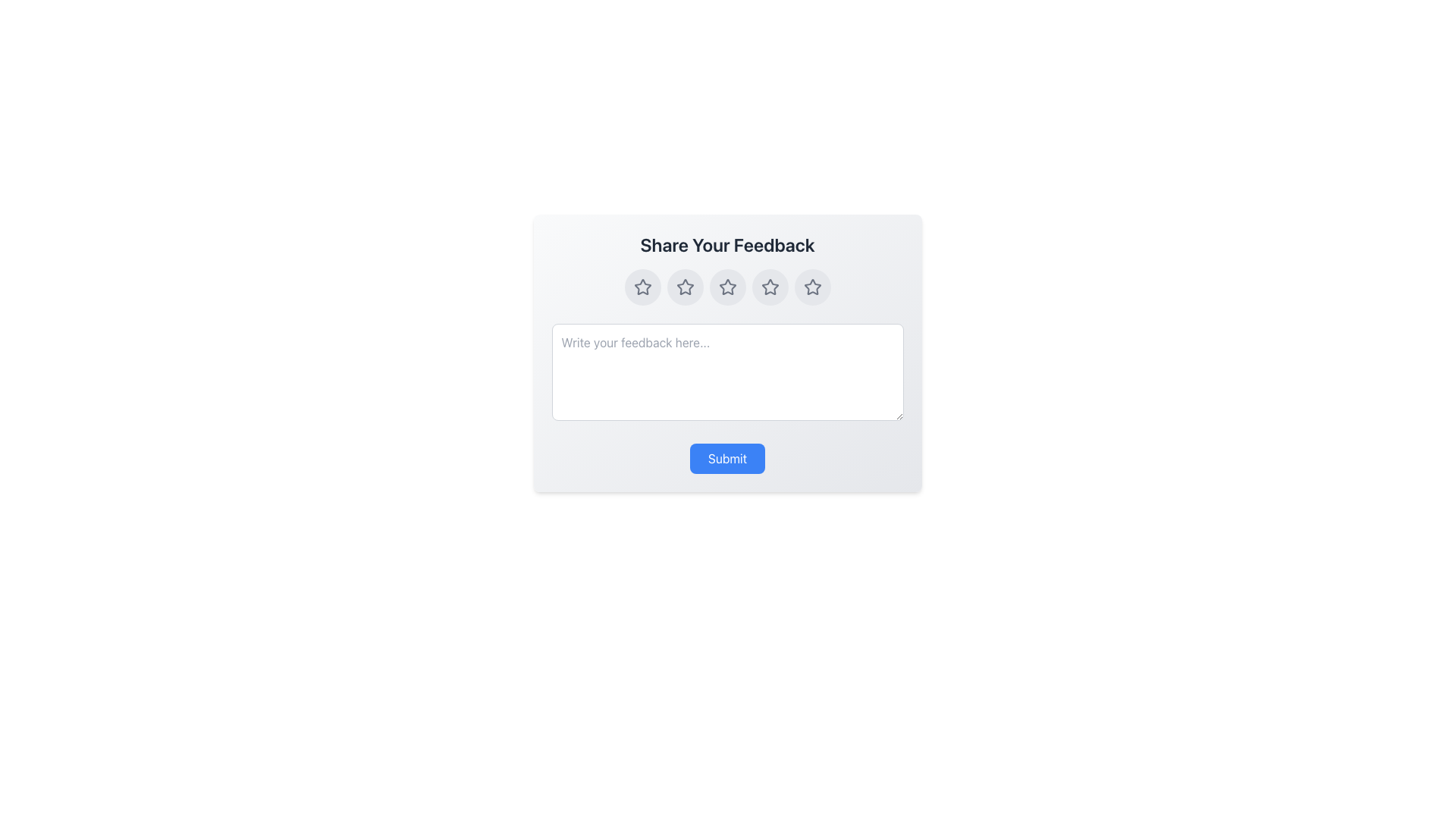 The height and width of the screenshot is (819, 1456). Describe the element at coordinates (770, 287) in the screenshot. I see `the fourth button in the horizontal row of rating buttons below the 'Share Your Feedback' header and activate it` at that location.